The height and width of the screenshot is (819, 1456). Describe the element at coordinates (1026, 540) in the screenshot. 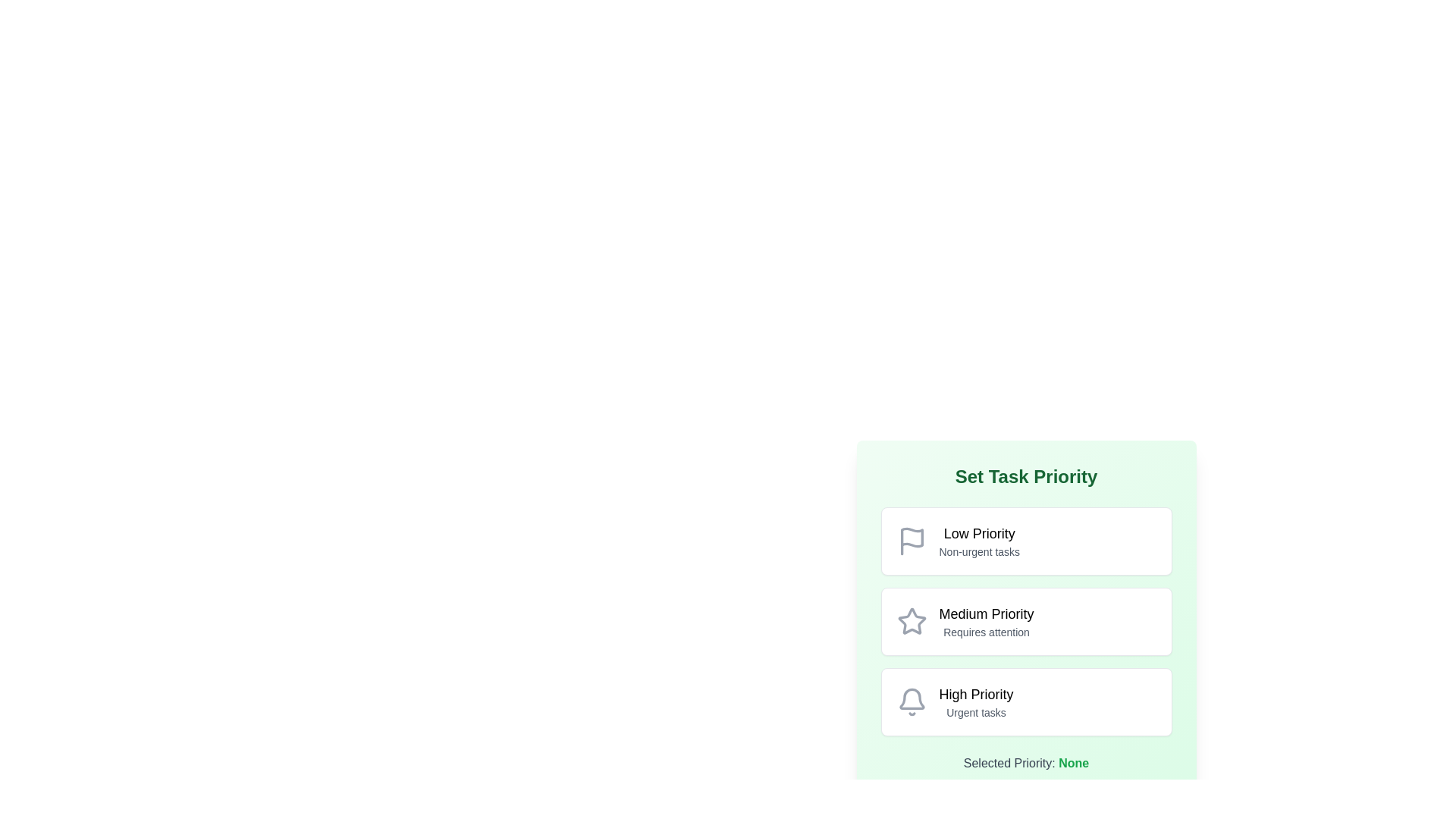

I see `the 'Low Priority' card in the task prioritization options, which is the first card in a vertical list of three options labeled 'Set Task Priority'` at that location.